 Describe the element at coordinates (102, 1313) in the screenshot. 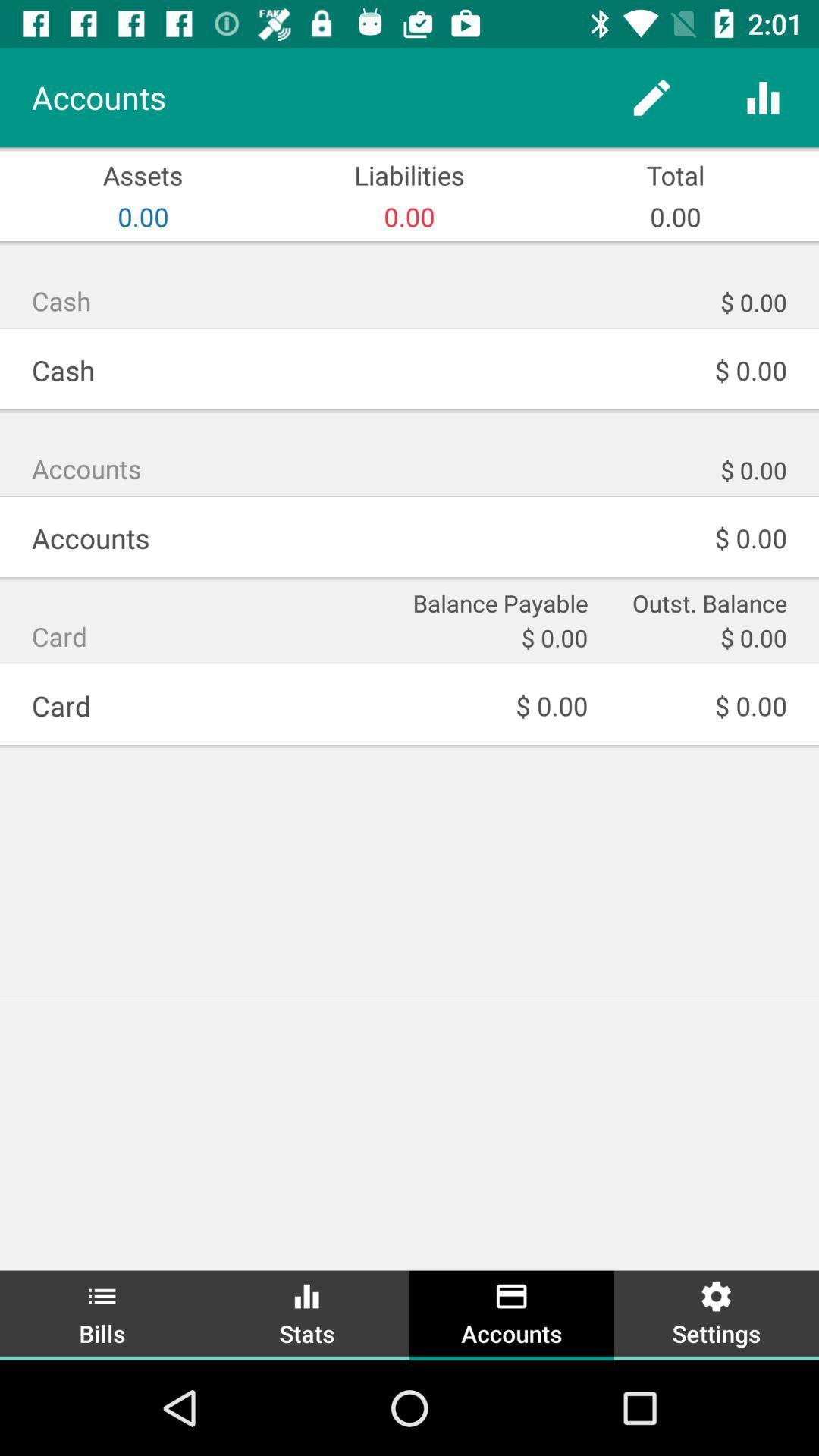

I see `item next to stats` at that location.